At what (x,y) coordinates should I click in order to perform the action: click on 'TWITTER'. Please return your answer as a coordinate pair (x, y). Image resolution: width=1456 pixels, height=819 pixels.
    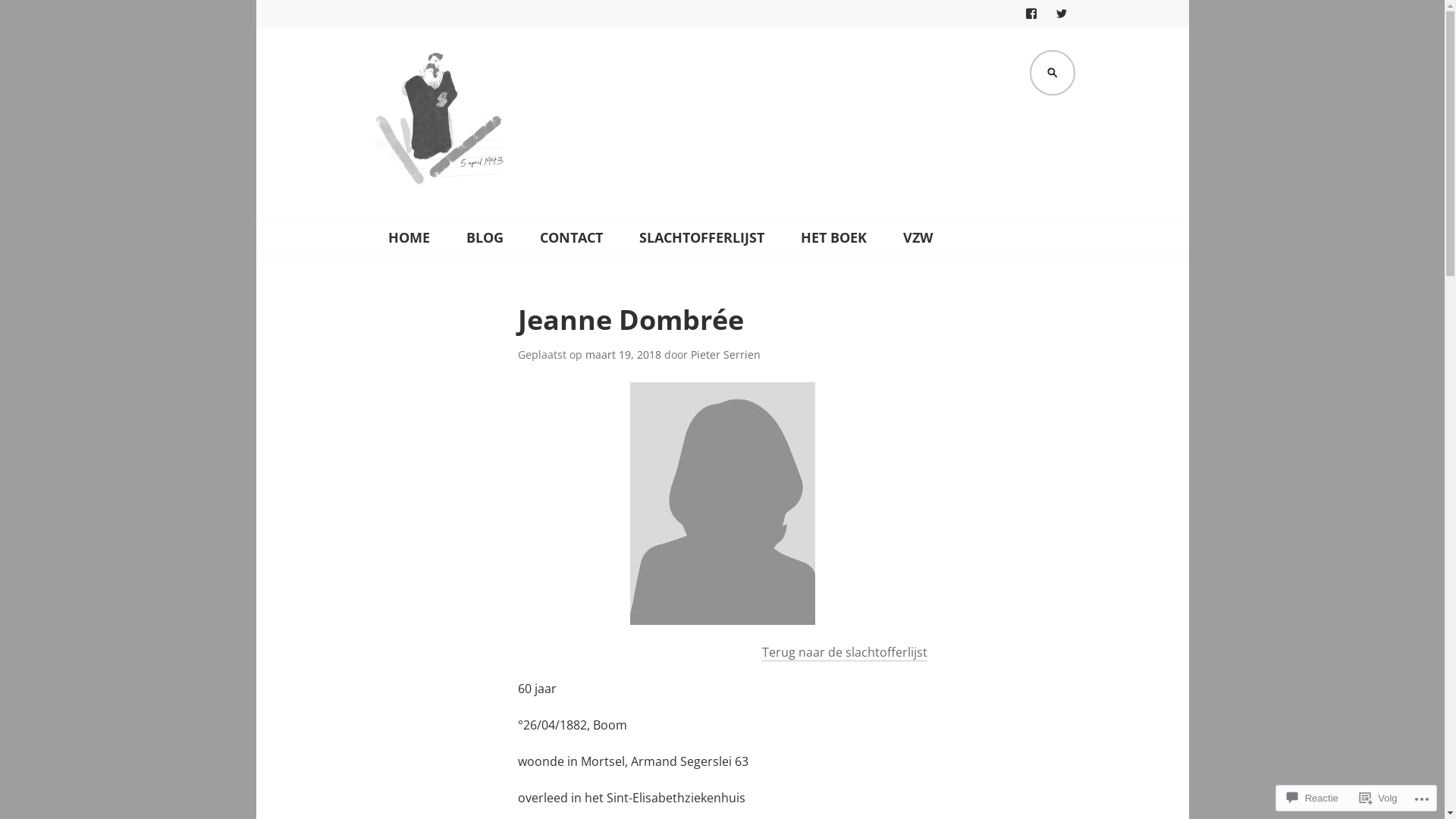
    Looking at the image, I should click on (1061, 14).